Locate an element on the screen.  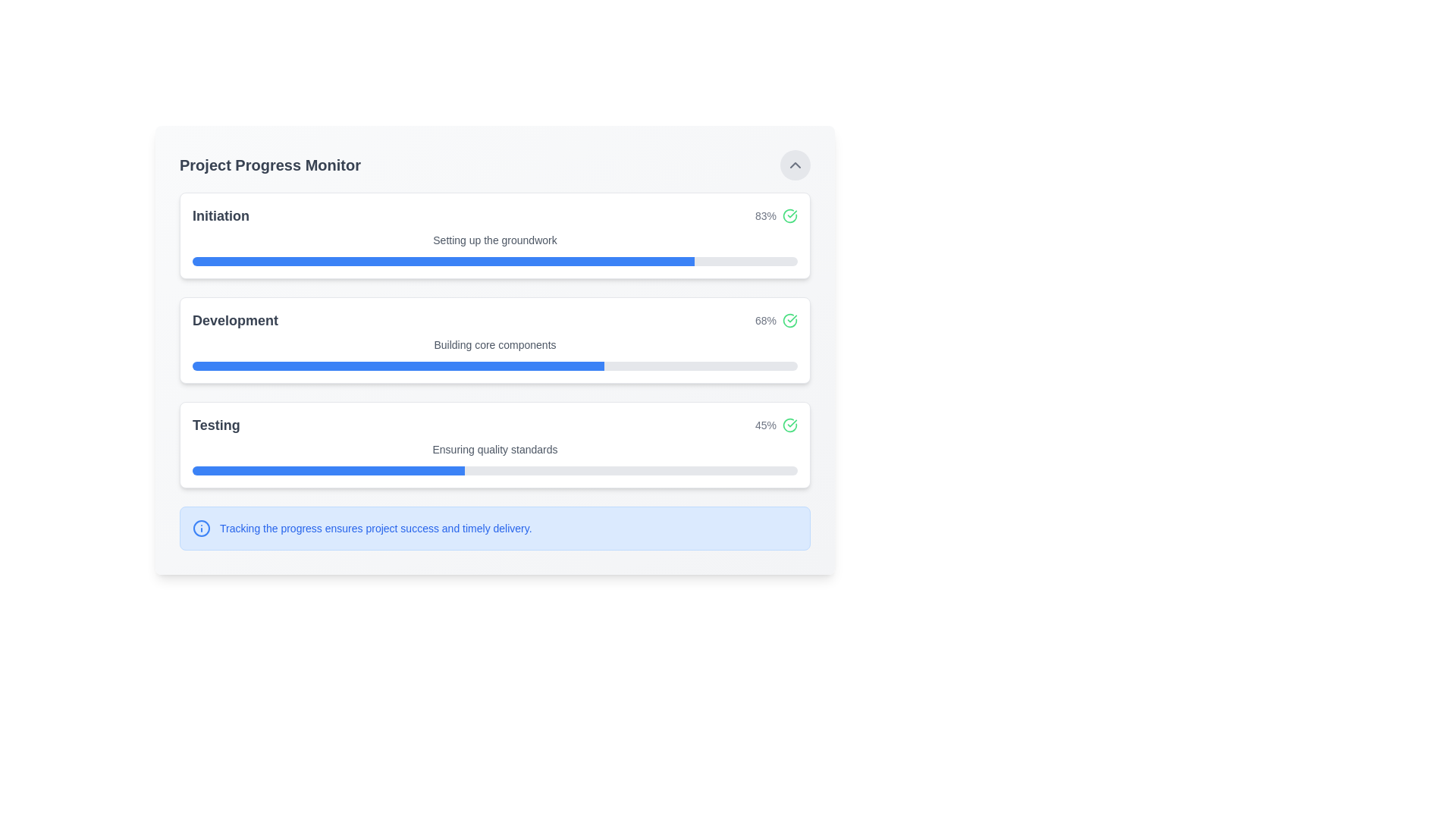
the progress percentage is located at coordinates (422, 366).